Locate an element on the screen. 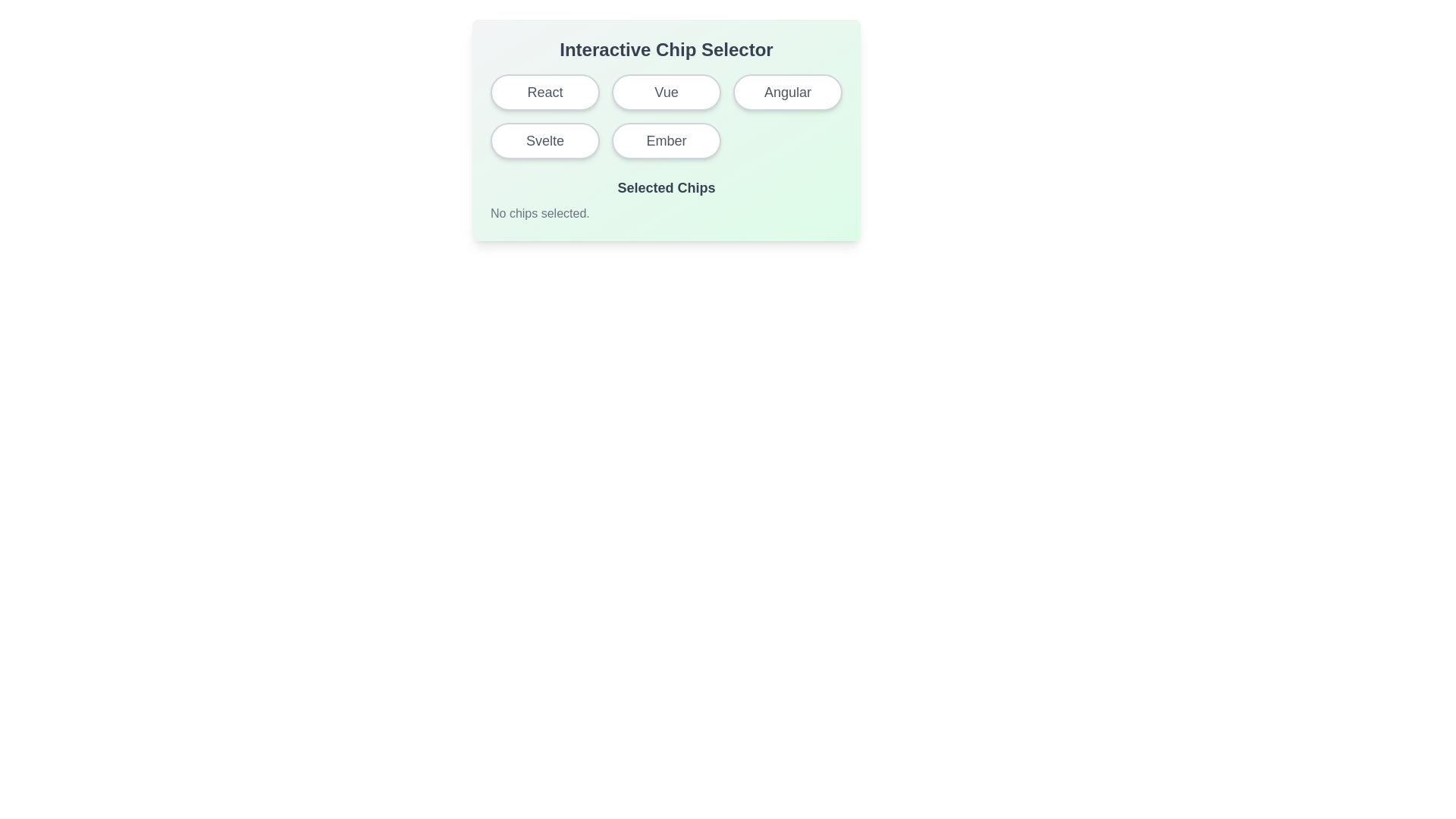  the static text label that reads 'No chips selected.' located in the 'Selected Chips' section, positioned near the bottom-left corner and below the grid of framework buttons is located at coordinates (540, 213).